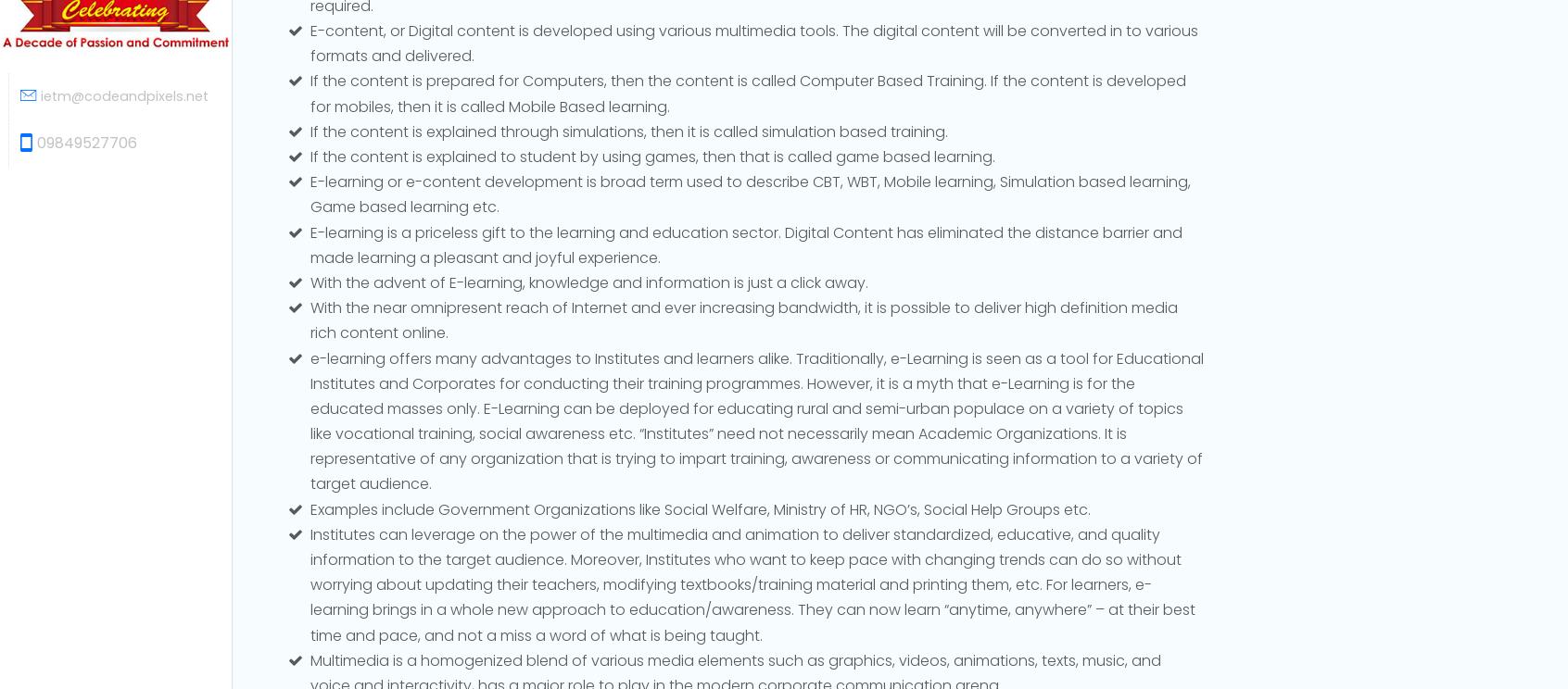 This screenshot has height=689, width=1568. Describe the element at coordinates (752, 583) in the screenshot. I see `'Institutes can leverage on the power of the multimedia and animation to deliver standardized, educative, and quality information to the target audience. Moreover, Institutes who want to keep pace with changing trends can do so without worrying about updating their teachers, modifying textbooks/training material and printing them, etc. For learners, e-learning brings in a whole new approach to education/awareness. They can now learn “anytime, anywhere” – at their best time and pace, and not a miss a word of what is being taught.'` at that location.